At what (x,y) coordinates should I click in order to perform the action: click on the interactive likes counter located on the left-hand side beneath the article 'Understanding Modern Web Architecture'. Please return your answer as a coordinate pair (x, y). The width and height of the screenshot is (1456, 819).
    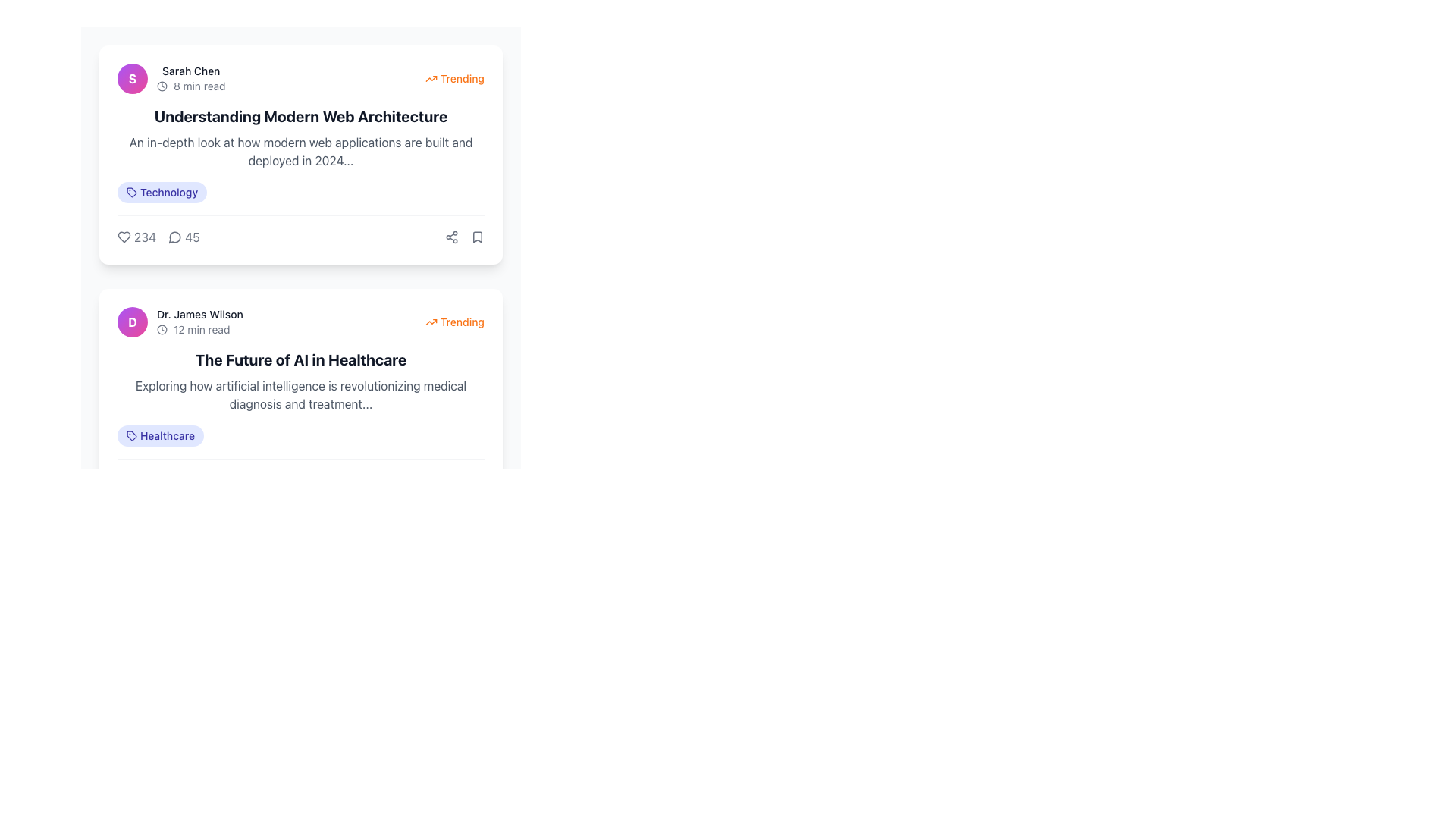
    Looking at the image, I should click on (136, 237).